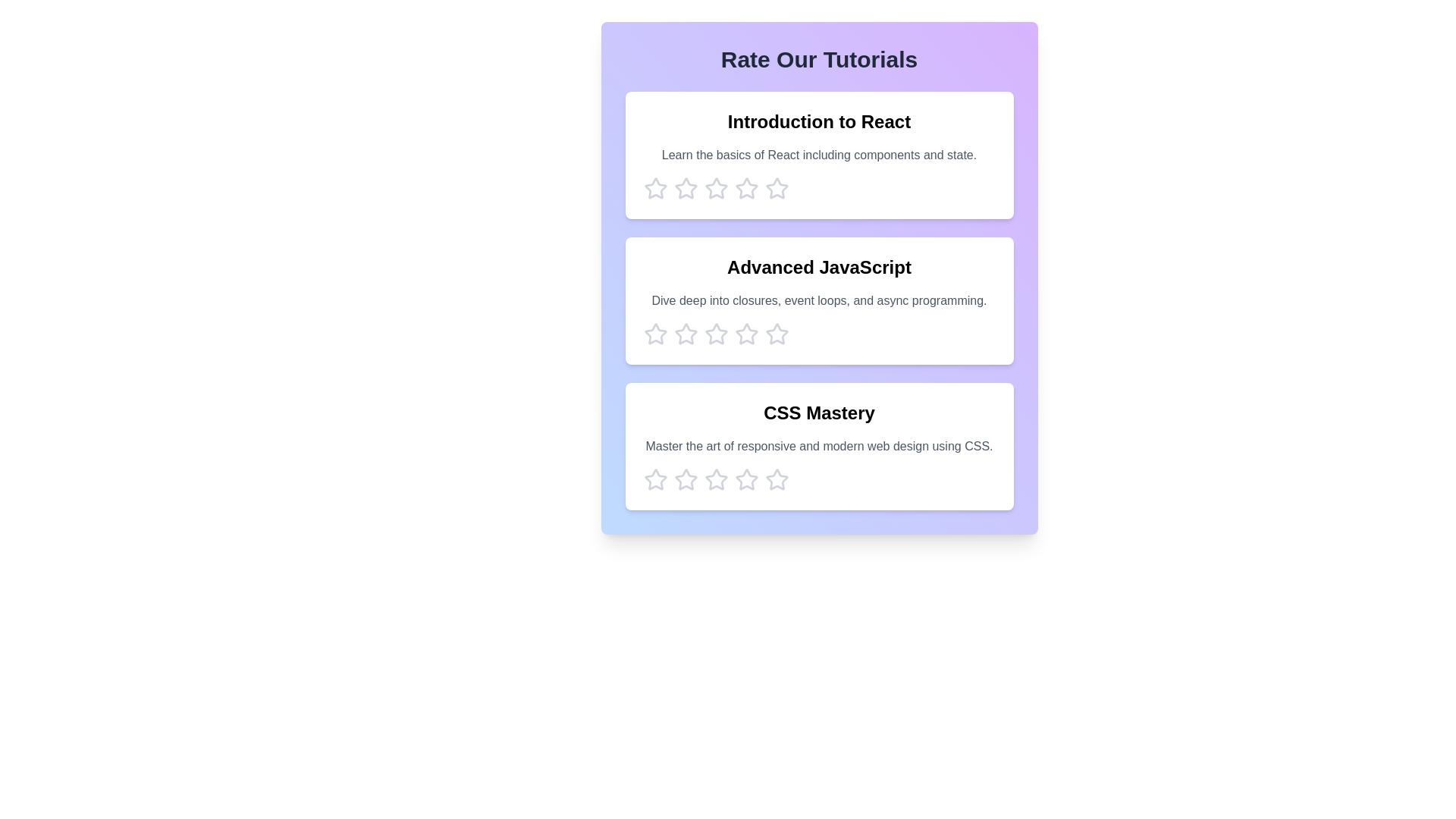 The image size is (1456, 819). What do you see at coordinates (685, 188) in the screenshot?
I see `the rating for a tutorial to 2 stars` at bounding box center [685, 188].